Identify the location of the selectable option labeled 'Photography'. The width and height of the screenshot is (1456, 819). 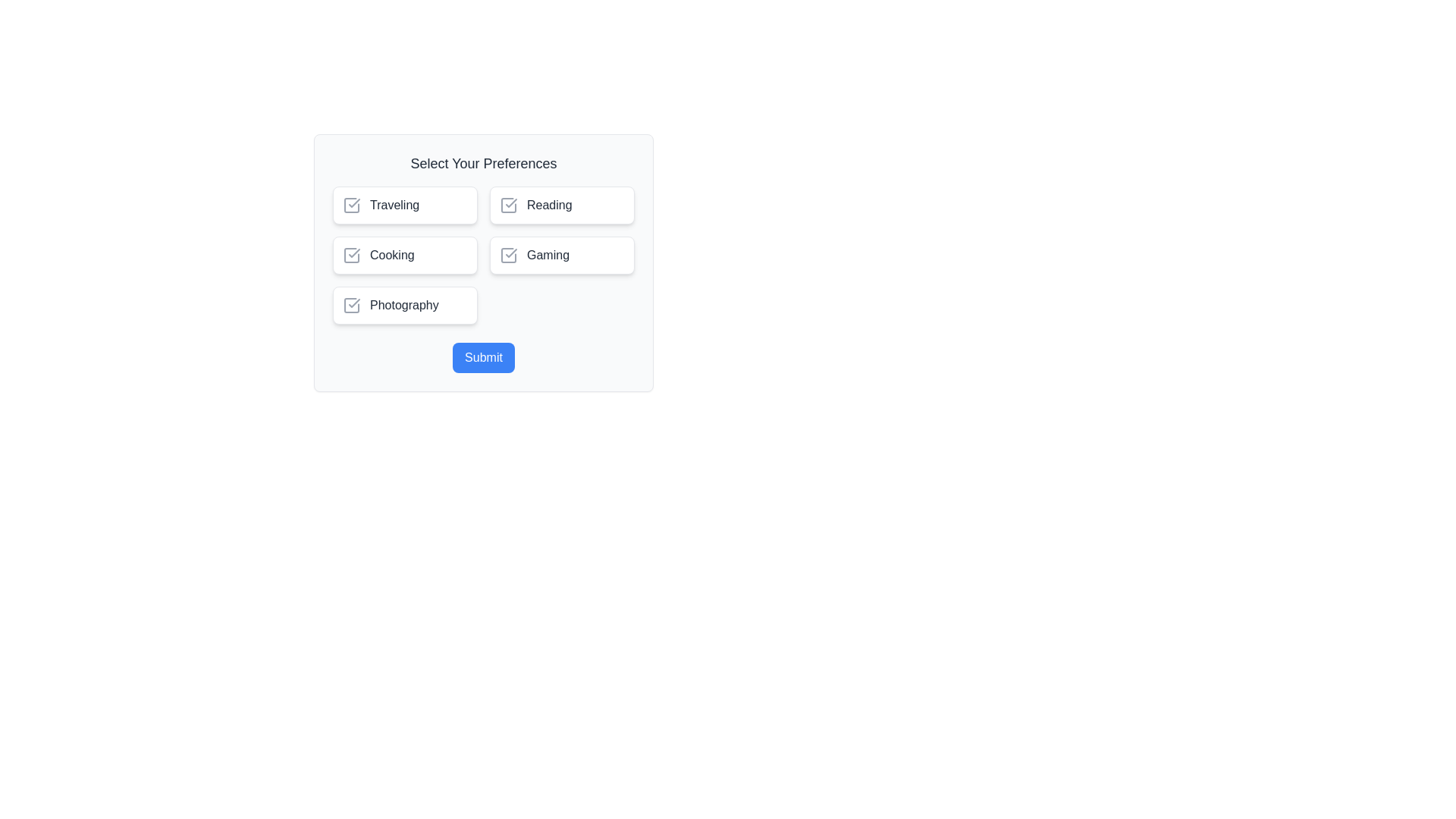
(405, 305).